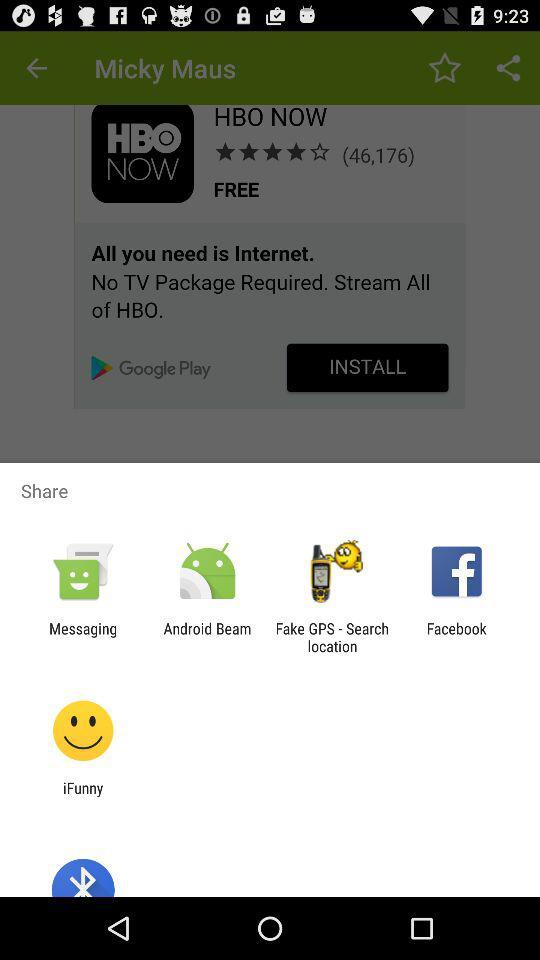 The height and width of the screenshot is (960, 540). What do you see at coordinates (332, 636) in the screenshot?
I see `item to the left of the facebook icon` at bounding box center [332, 636].